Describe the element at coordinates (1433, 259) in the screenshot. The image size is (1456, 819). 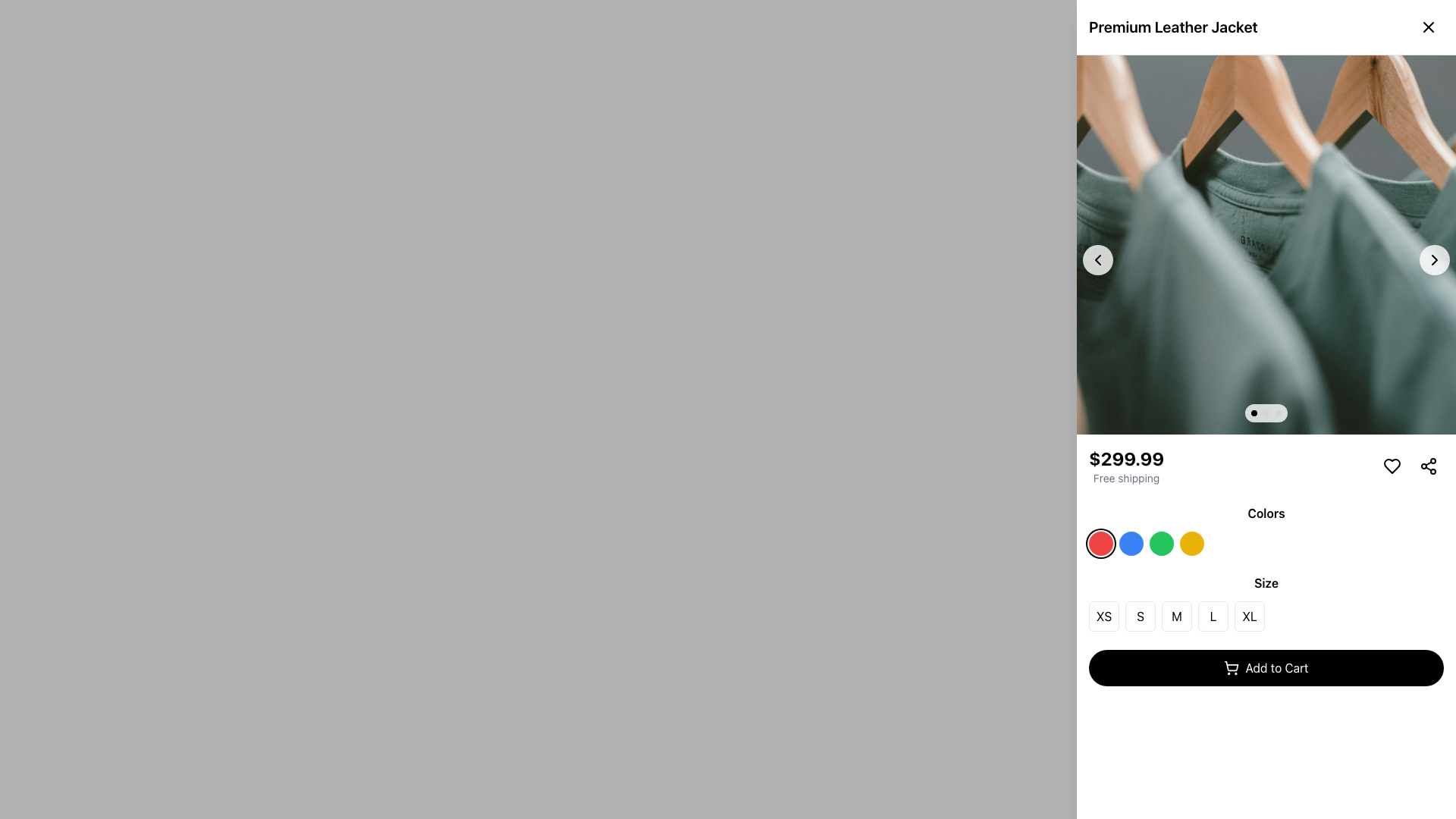
I see `the IconButton, which is a right-pointing chevron styled in a light semi-transparent white rounded button located in the top-right region of the interface` at that location.